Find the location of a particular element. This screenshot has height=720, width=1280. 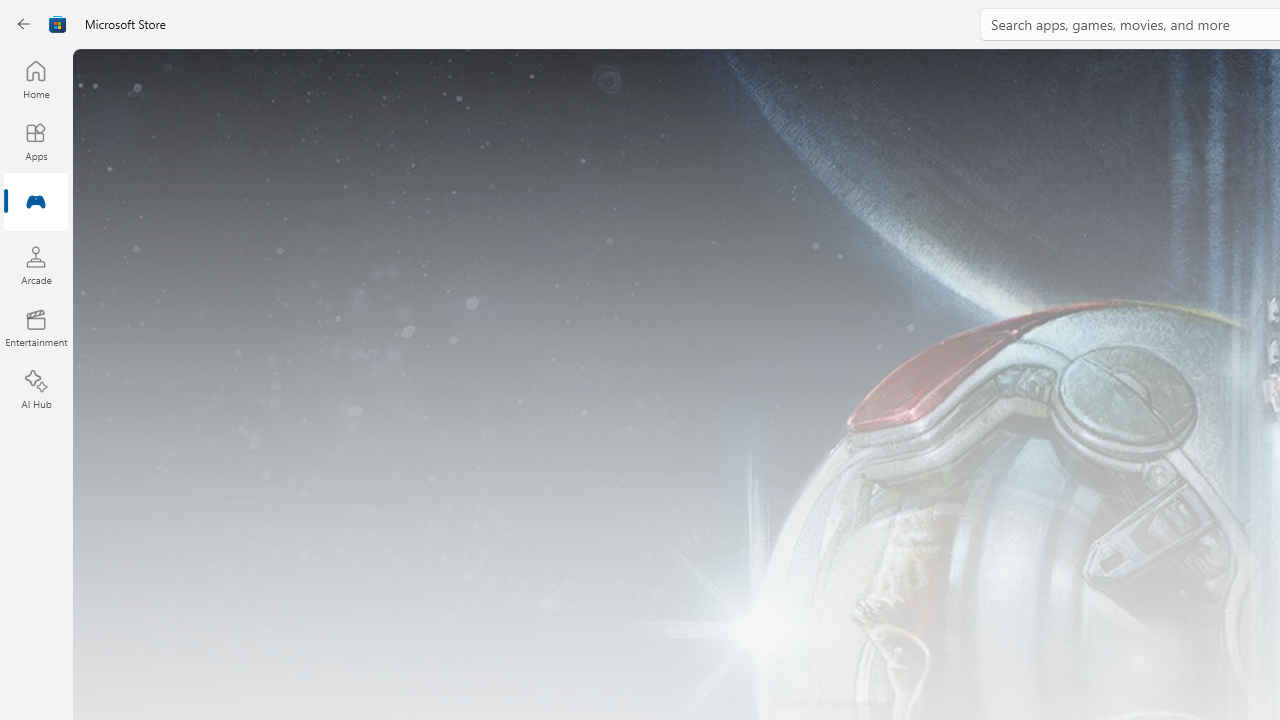

'Home' is located at coordinates (35, 78).